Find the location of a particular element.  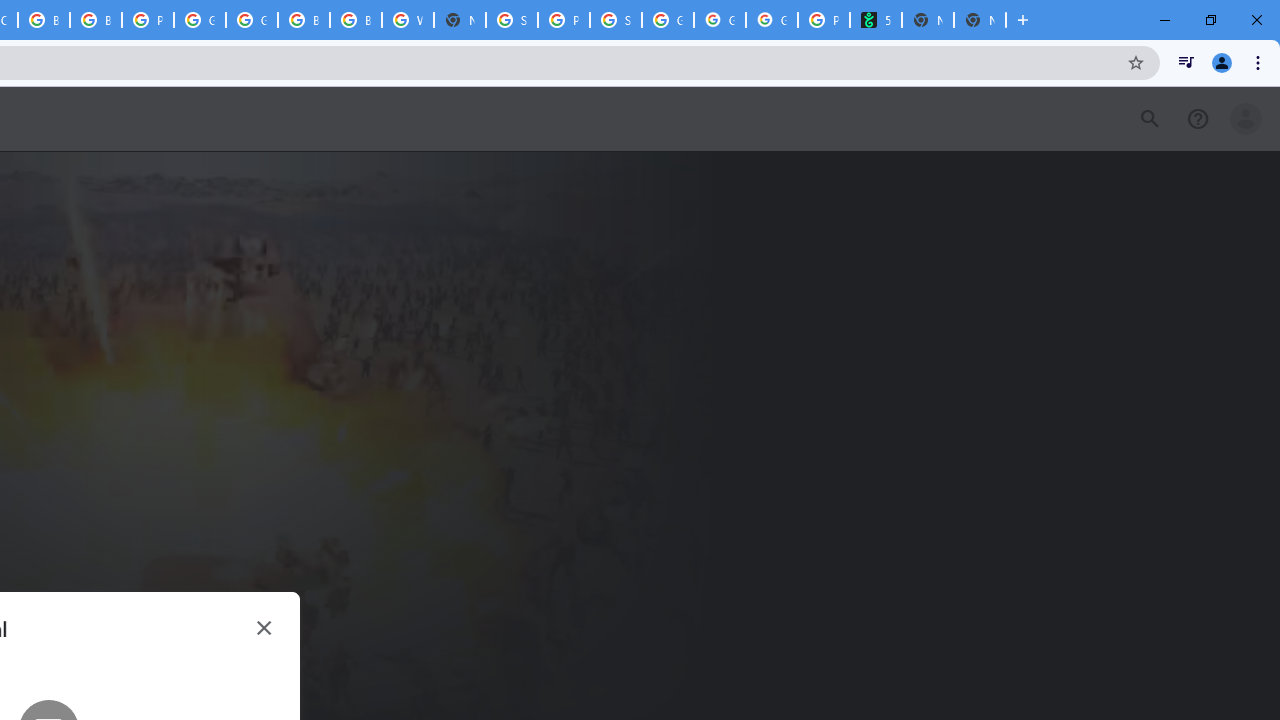

'Browse Chrome as a guest - Computer - Google Chrome Help' is located at coordinates (44, 20).